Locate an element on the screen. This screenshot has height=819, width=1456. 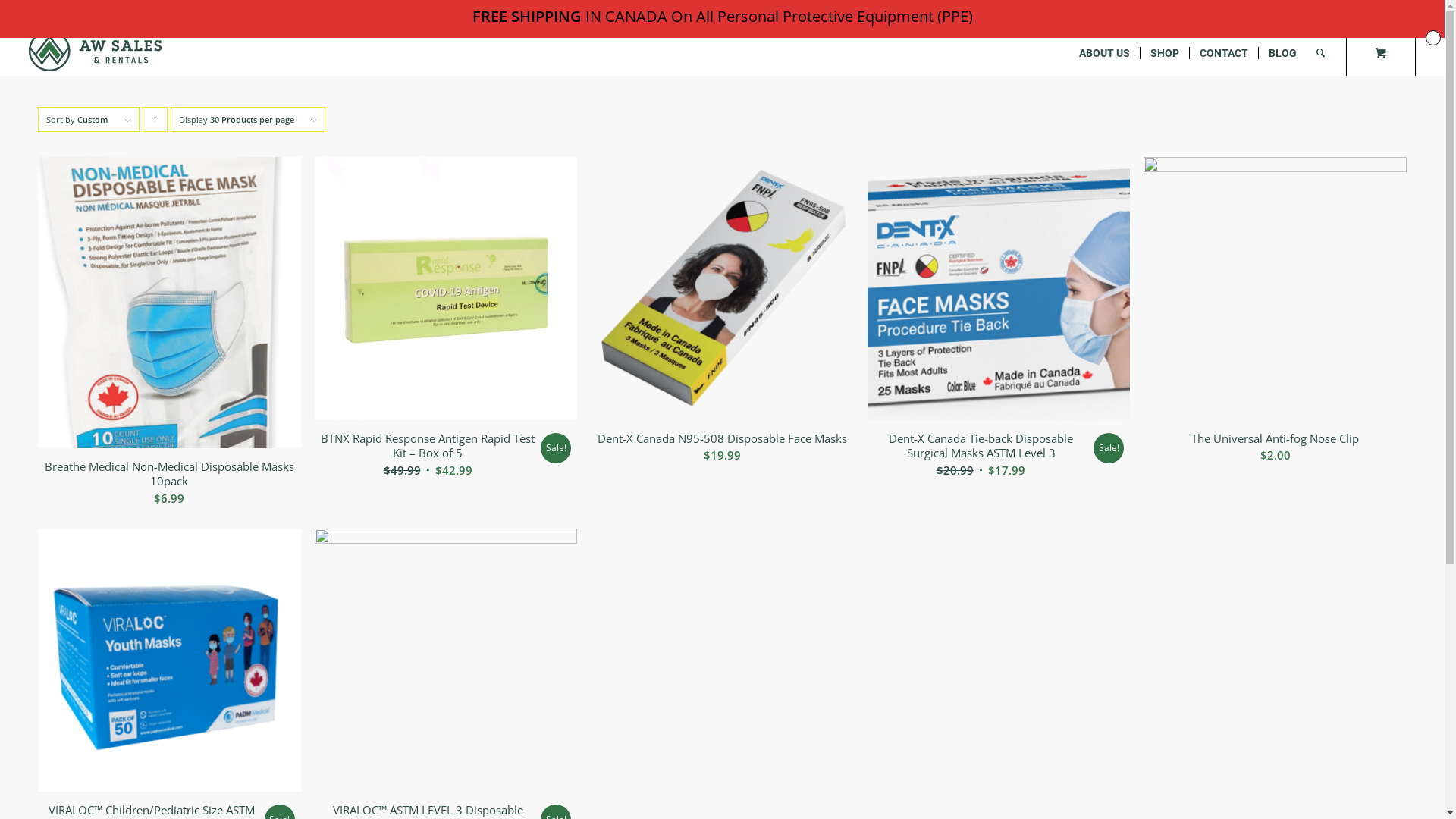
'LinkedIn' is located at coordinates (1381, 11).